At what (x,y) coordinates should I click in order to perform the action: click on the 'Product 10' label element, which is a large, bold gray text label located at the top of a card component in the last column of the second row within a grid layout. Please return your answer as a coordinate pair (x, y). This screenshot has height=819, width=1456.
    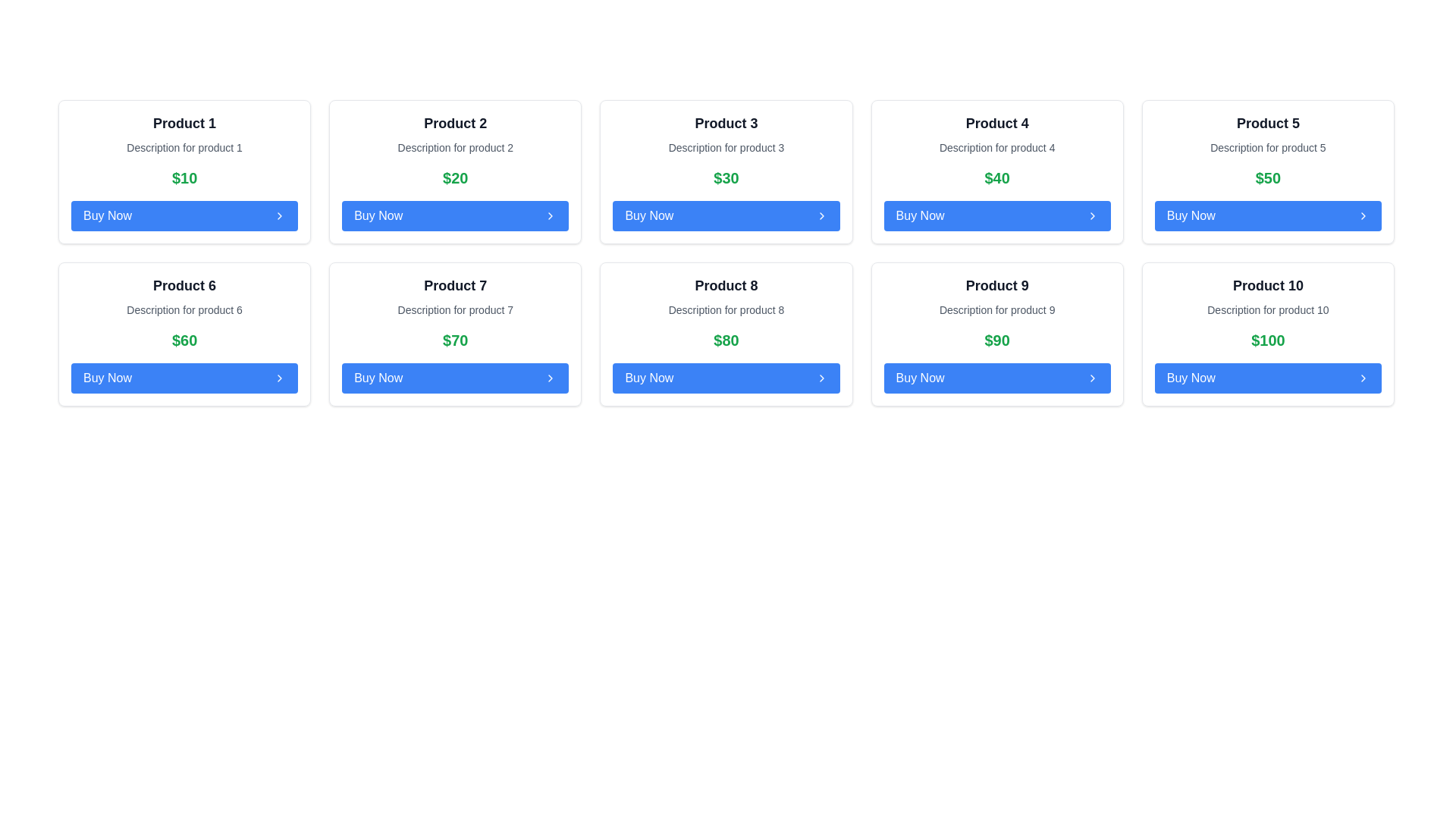
    Looking at the image, I should click on (1268, 286).